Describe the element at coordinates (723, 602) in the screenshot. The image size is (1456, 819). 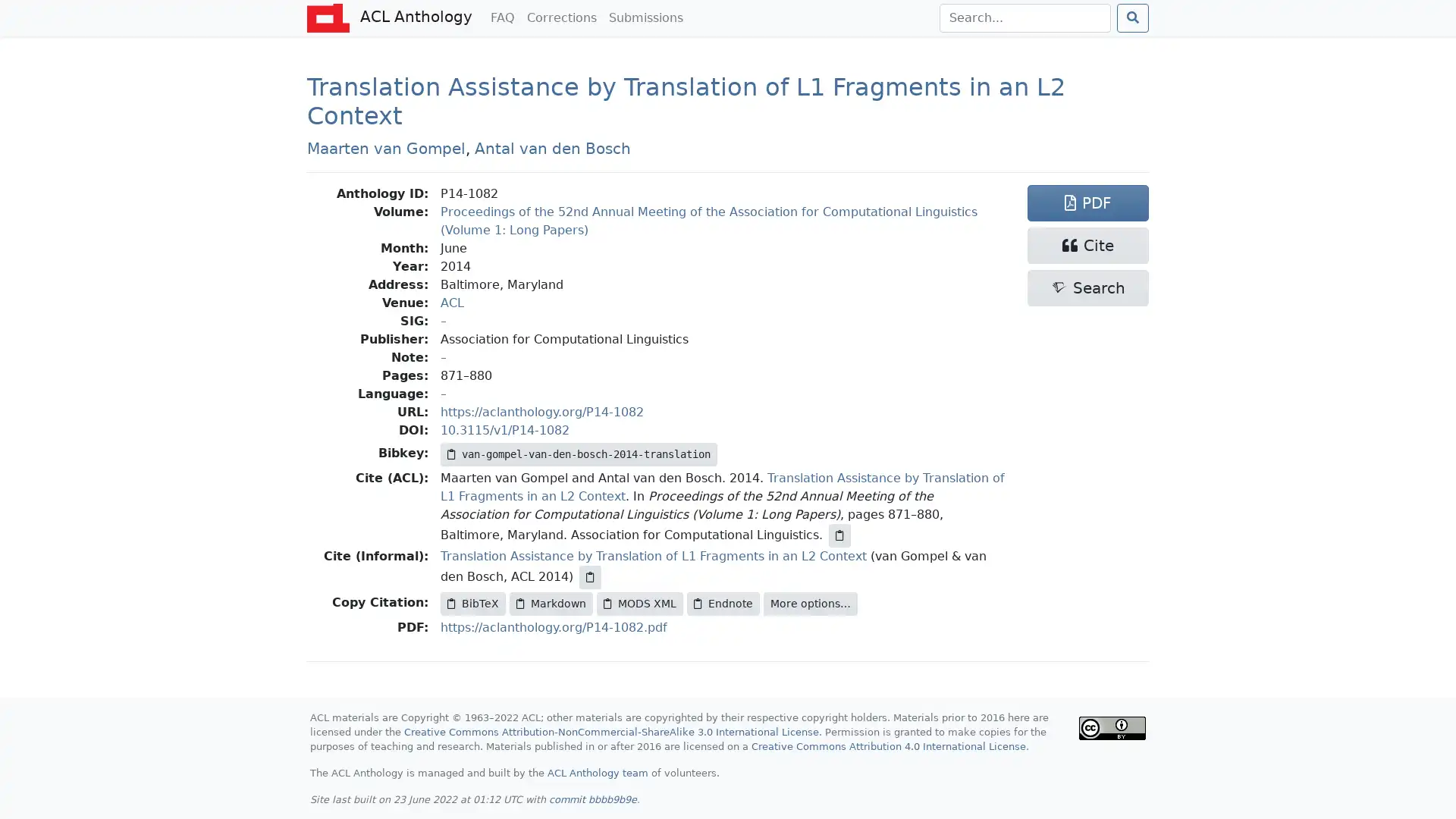
I see `Endnote` at that location.